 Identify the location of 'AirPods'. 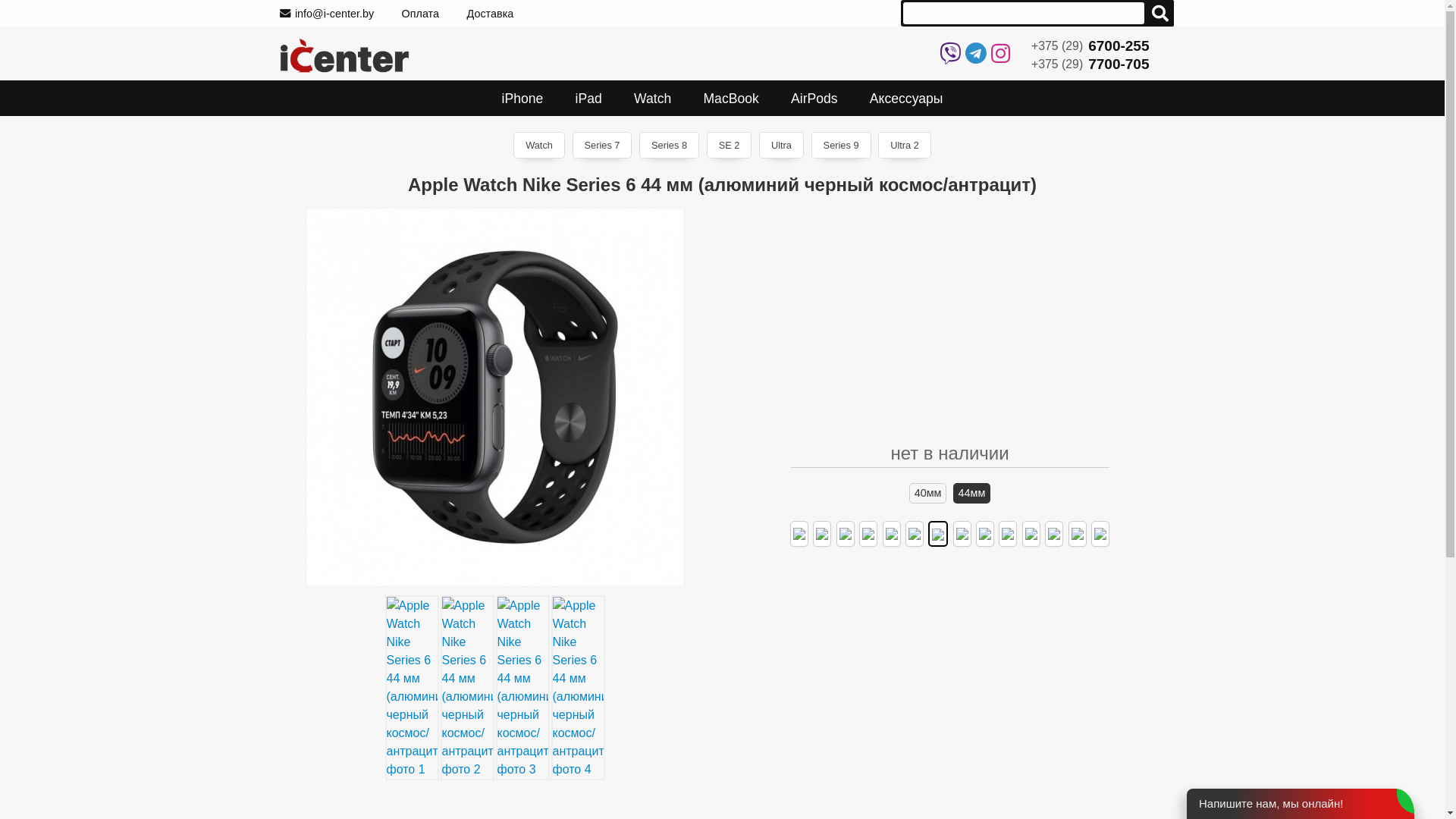
(775, 98).